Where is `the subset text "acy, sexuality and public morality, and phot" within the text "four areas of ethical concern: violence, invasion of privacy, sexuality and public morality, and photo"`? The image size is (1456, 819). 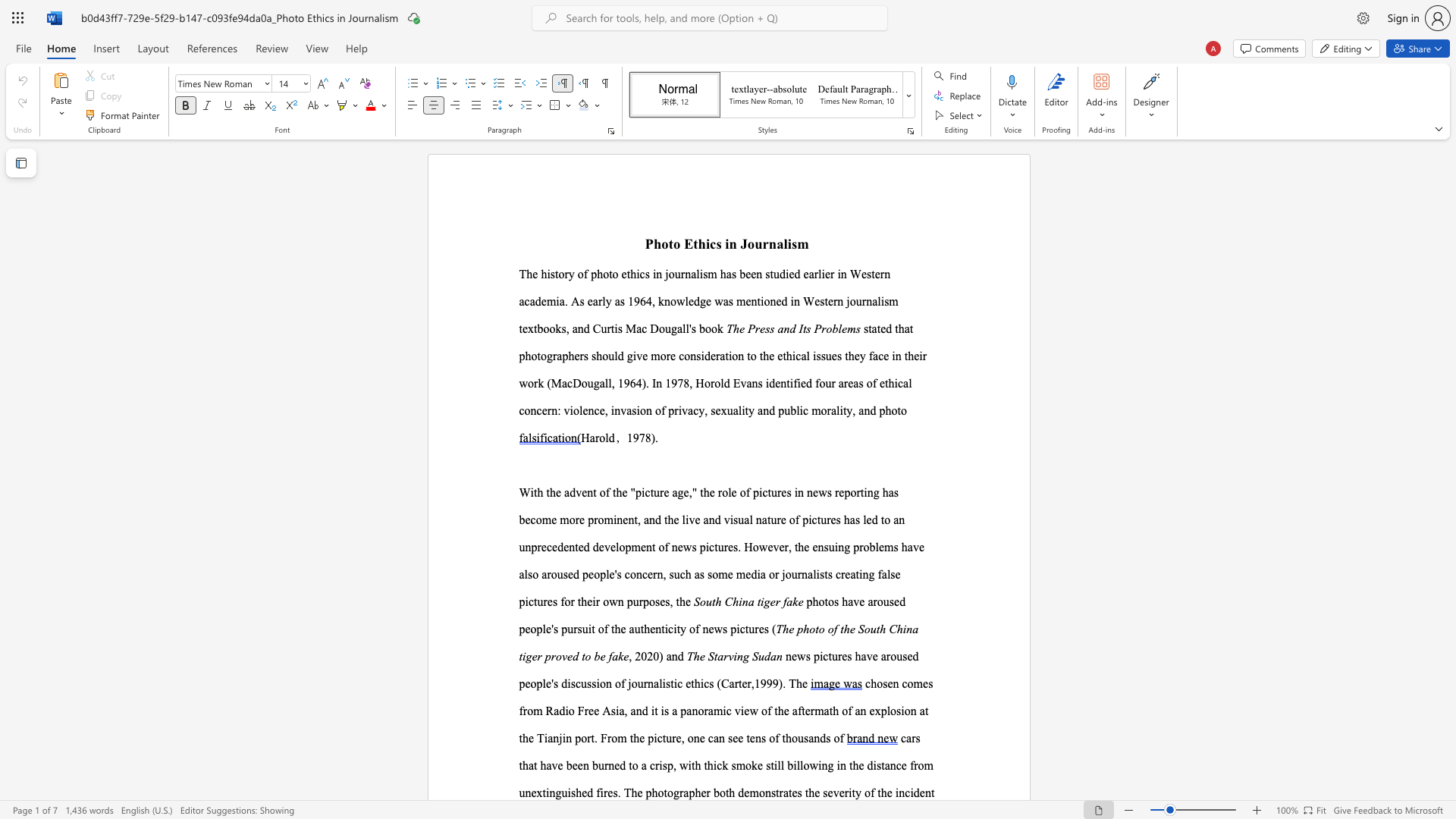
the subset text "acy, sexuality and public morality, and phot" within the text "four areas of ethical concern: violence, invasion of privacy, sexuality and public morality, and photo" is located at coordinates (687, 410).